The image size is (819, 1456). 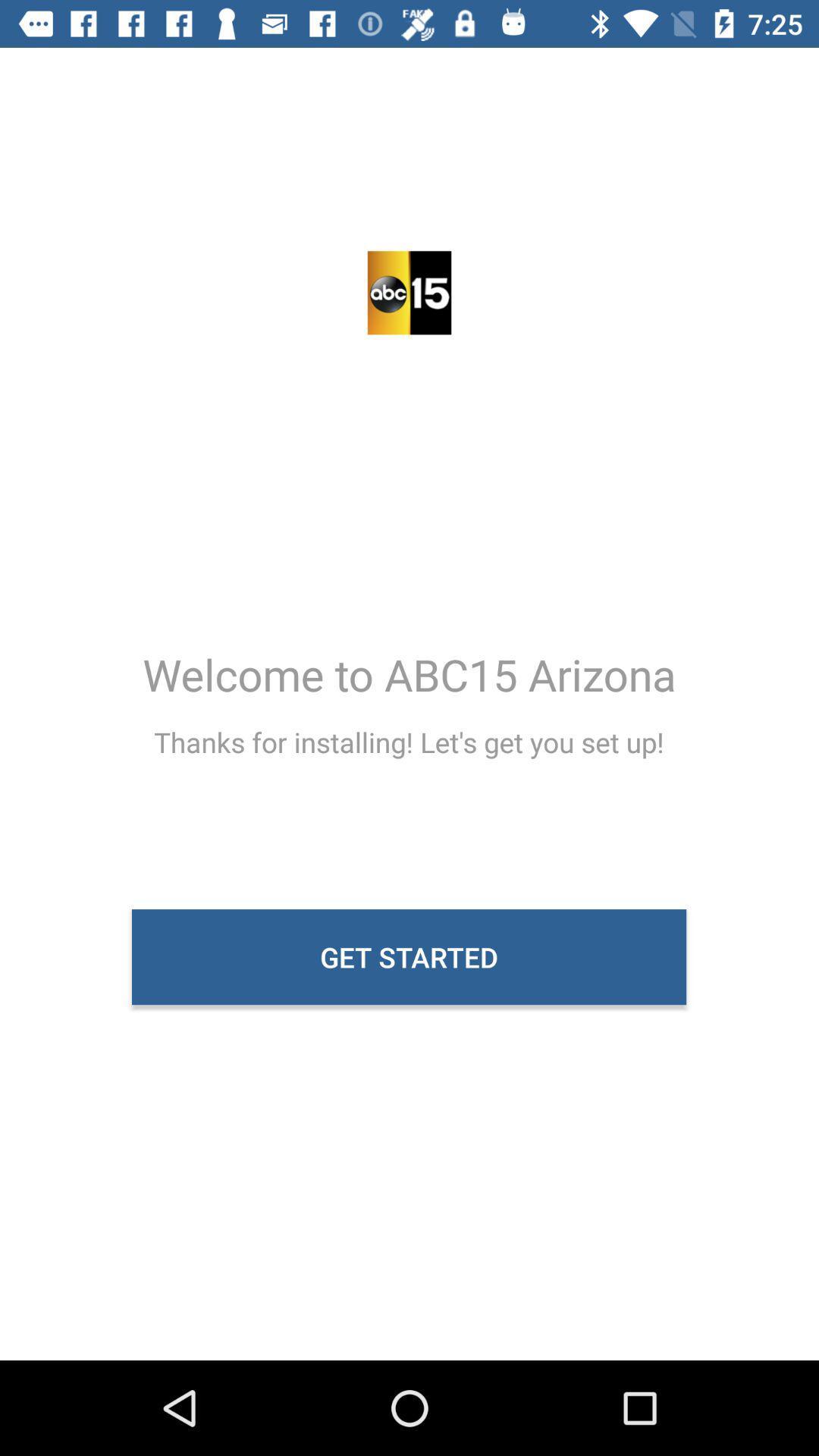 What do you see at coordinates (408, 956) in the screenshot?
I see `get started item` at bounding box center [408, 956].